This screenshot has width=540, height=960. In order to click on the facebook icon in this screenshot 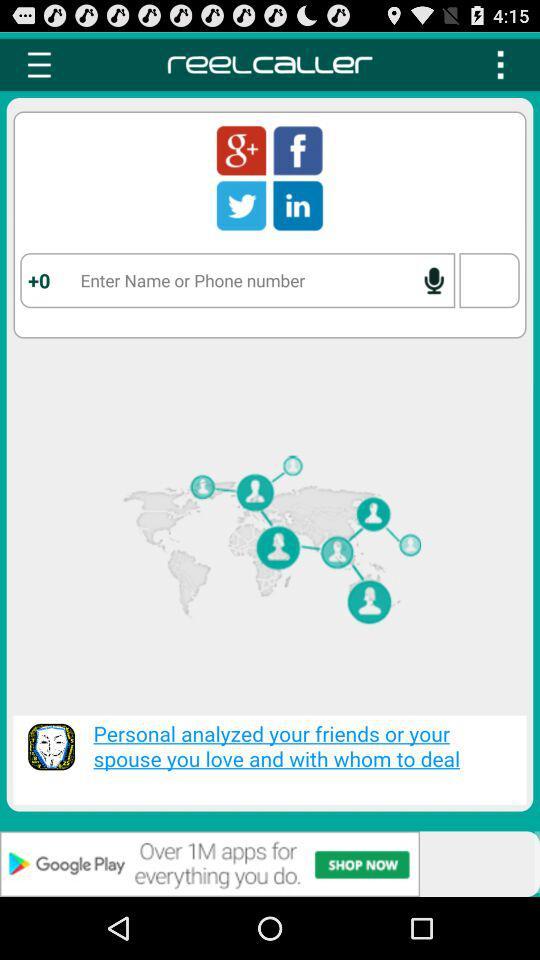, I will do `click(297, 159)`.